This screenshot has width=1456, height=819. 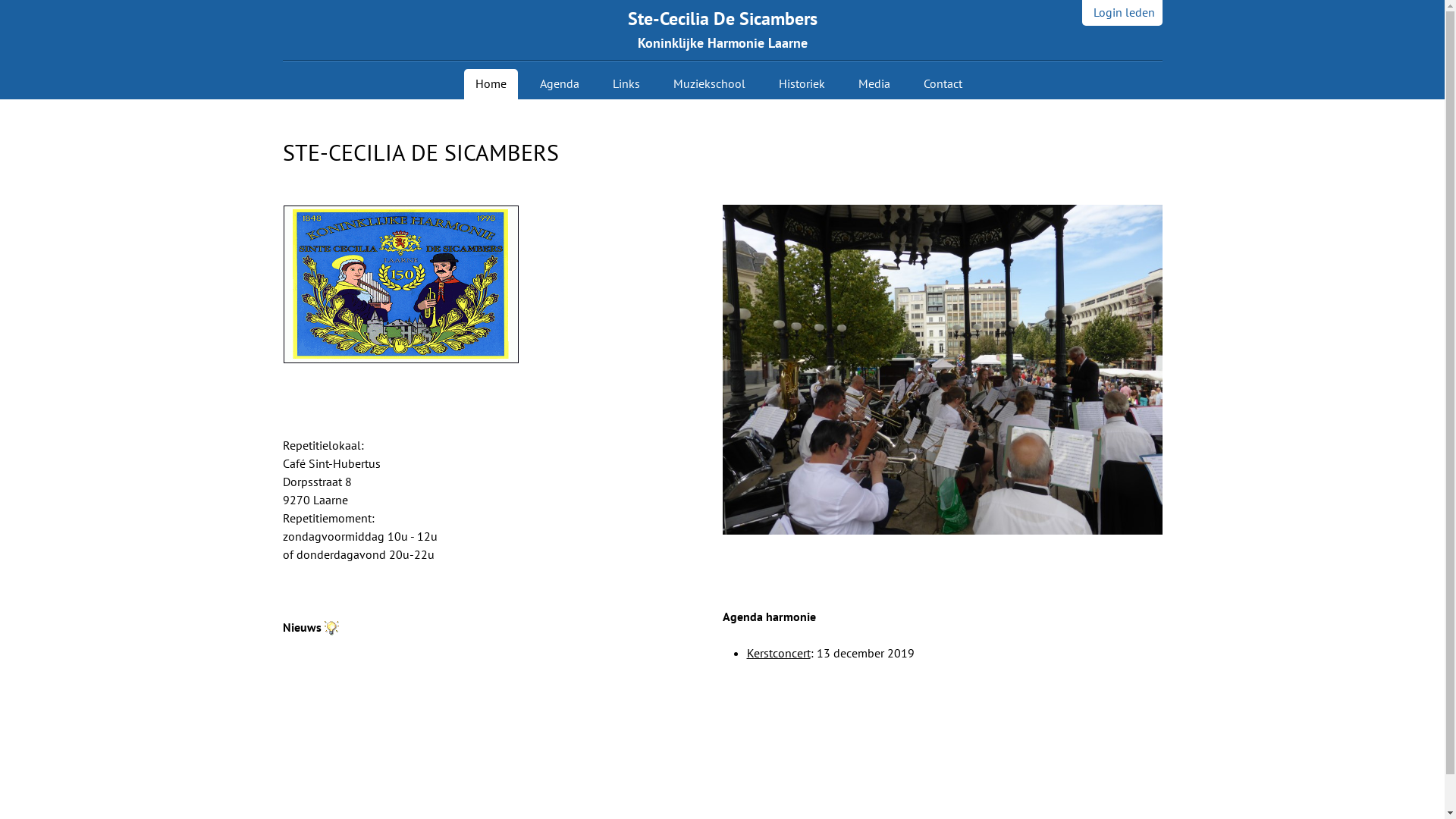 What do you see at coordinates (626, 84) in the screenshot?
I see `'Links'` at bounding box center [626, 84].